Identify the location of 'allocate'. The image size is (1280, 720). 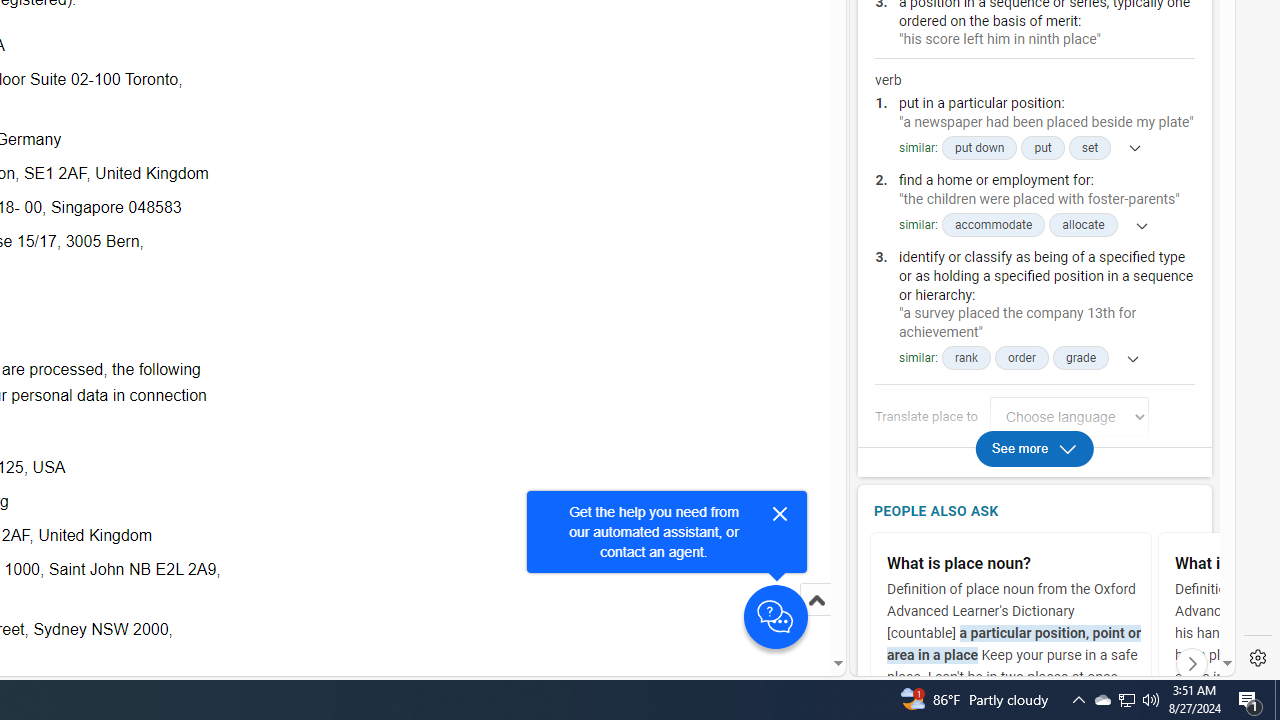
(1082, 225).